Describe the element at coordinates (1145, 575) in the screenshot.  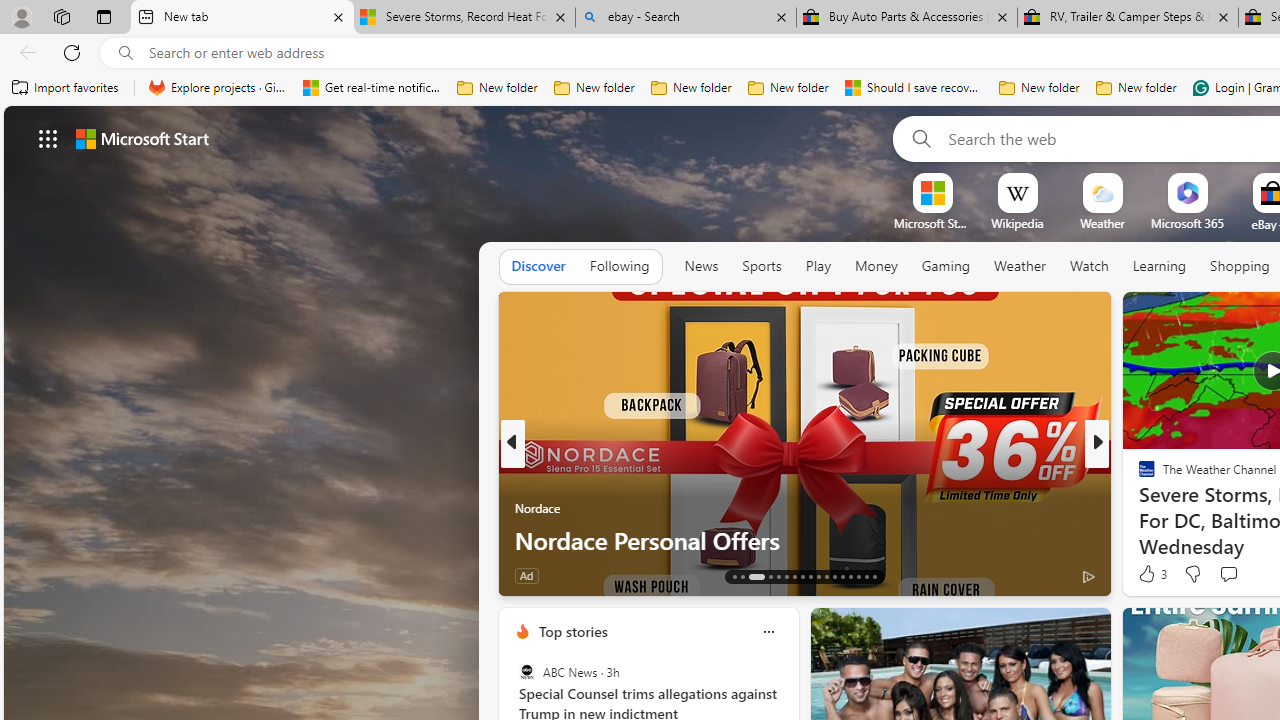
I see `'7 Like'` at that location.